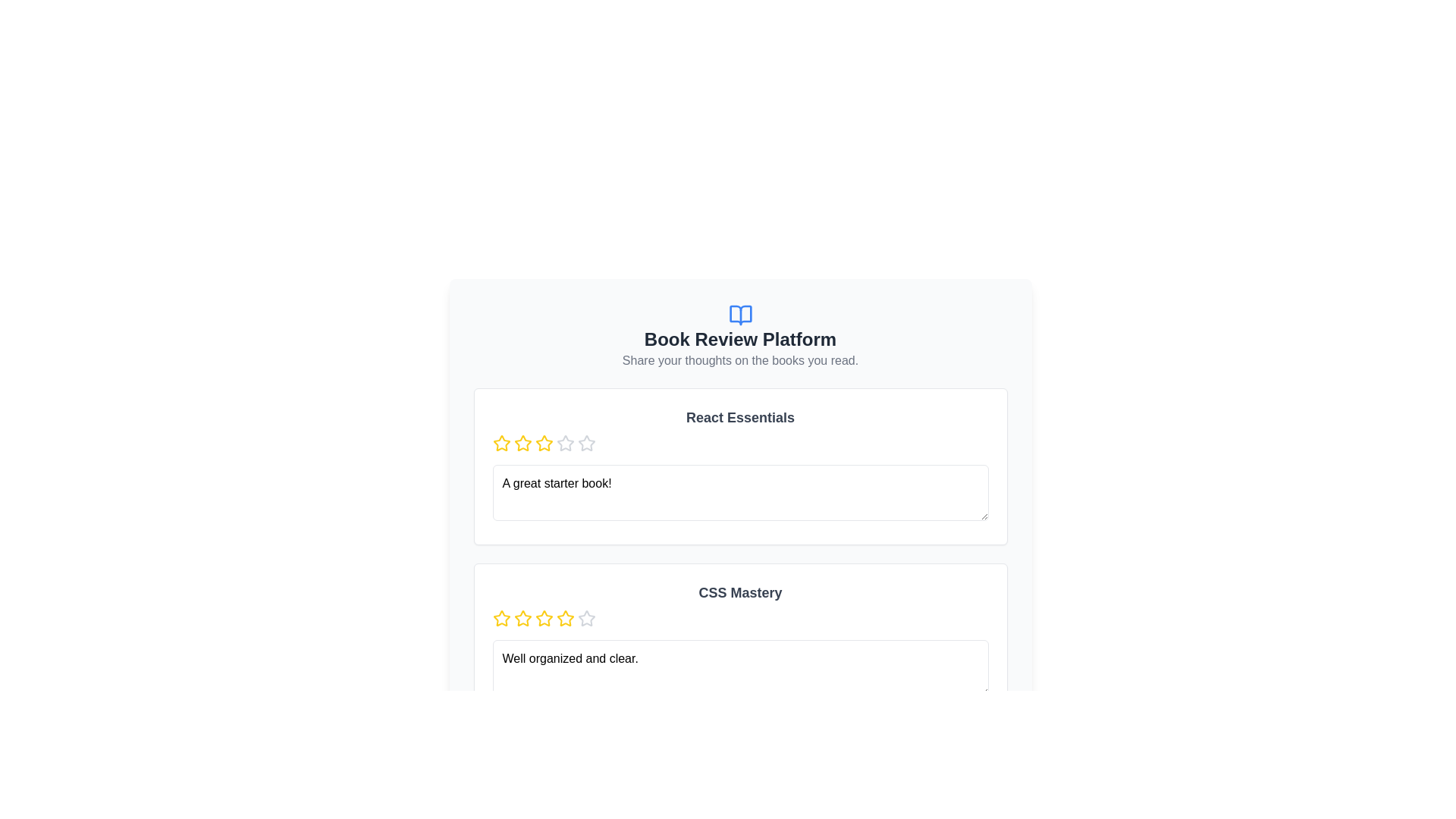  What do you see at coordinates (564, 444) in the screenshot?
I see `the fifth star icon in the rating control for 'React Essentials'` at bounding box center [564, 444].